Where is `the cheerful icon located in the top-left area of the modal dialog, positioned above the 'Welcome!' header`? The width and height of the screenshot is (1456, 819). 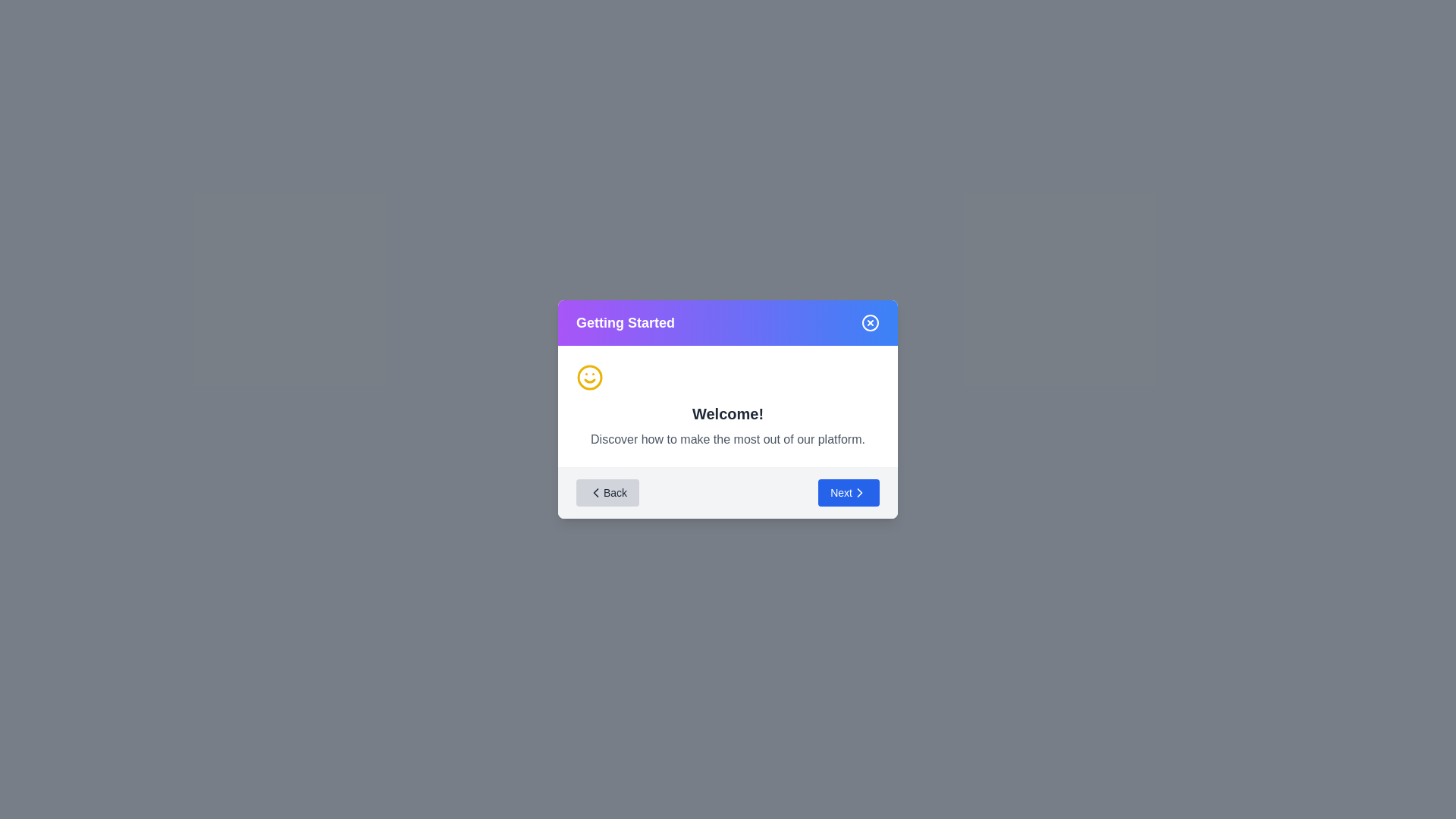 the cheerful icon located in the top-left area of the modal dialog, positioned above the 'Welcome!' header is located at coordinates (588, 376).